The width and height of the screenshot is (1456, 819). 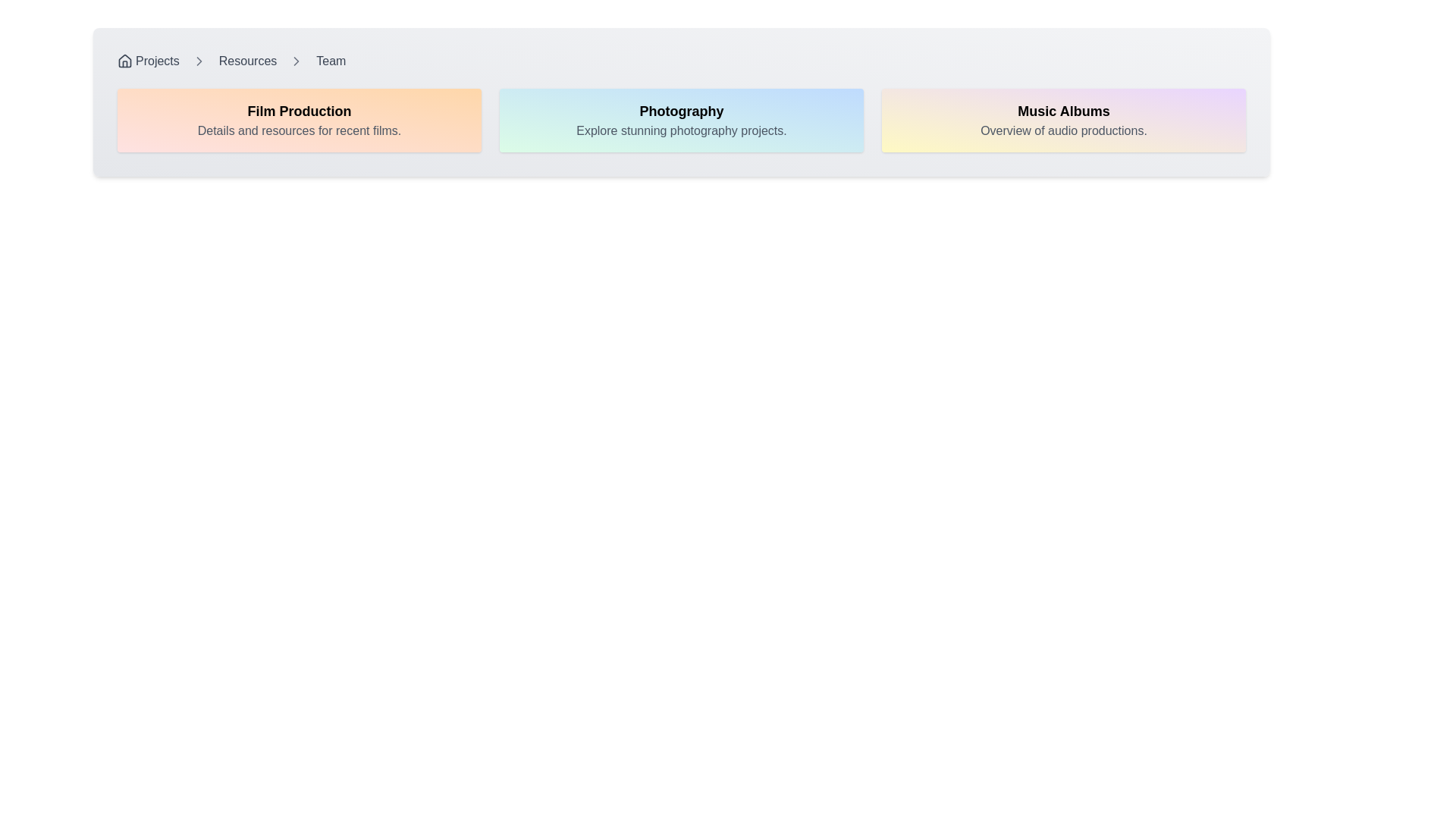 I want to click on the 'Resources' text hyperlink in the breadcrumb navigation bar, so click(x=247, y=61).